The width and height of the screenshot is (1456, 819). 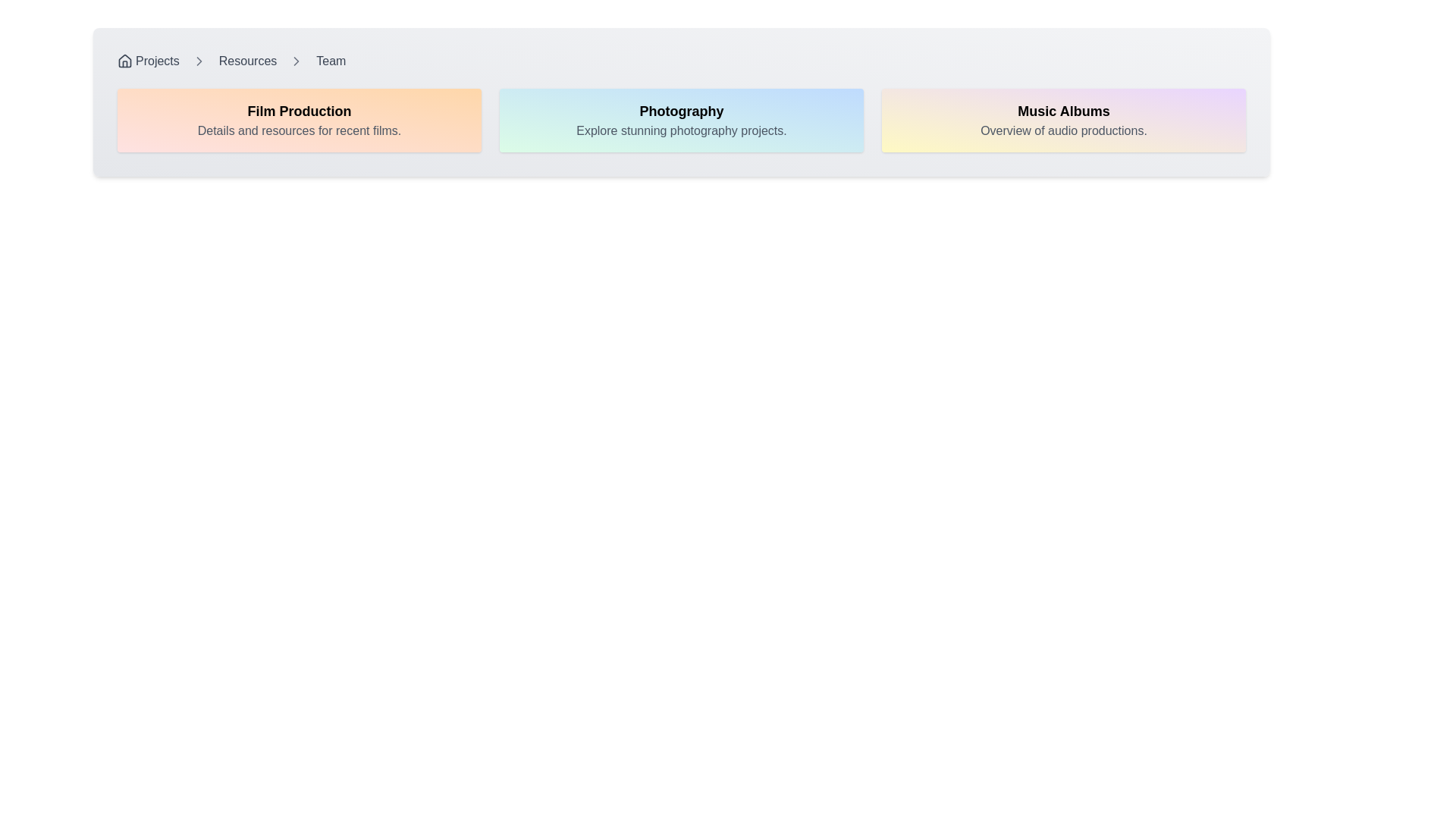 I want to click on the 'Resources' text hyperlink in the breadcrumb navigation bar, so click(x=247, y=61).